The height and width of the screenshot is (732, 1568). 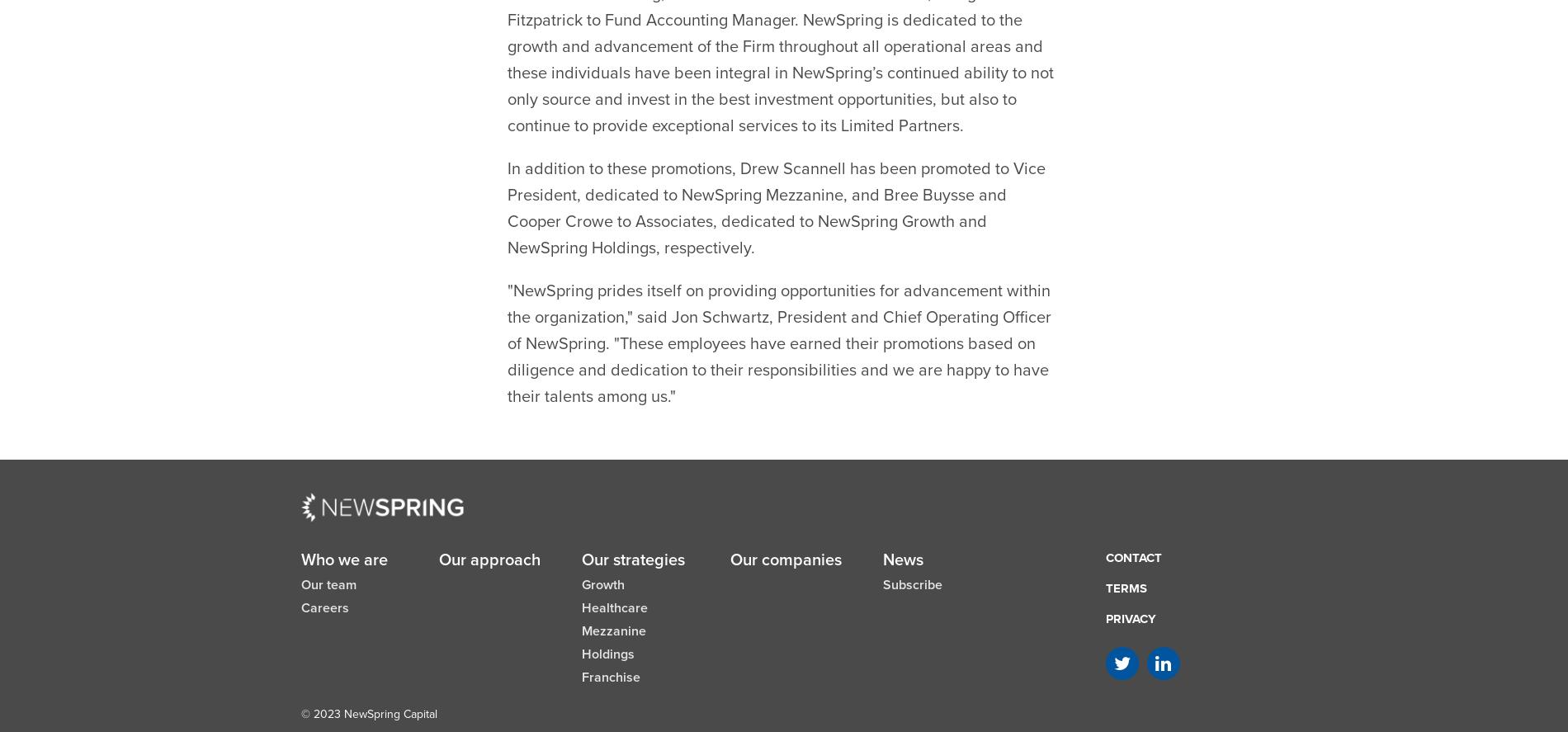 I want to click on '"NewSpring prides itself on providing opportunities for advancement within the organization," said Jon Schwartz, President and Chief Operating Officer of NewSpring. "These employees have earned their promotions based on diligence and dedication to their responsibilities and we are happy to have their talents among us."', so click(x=778, y=302).